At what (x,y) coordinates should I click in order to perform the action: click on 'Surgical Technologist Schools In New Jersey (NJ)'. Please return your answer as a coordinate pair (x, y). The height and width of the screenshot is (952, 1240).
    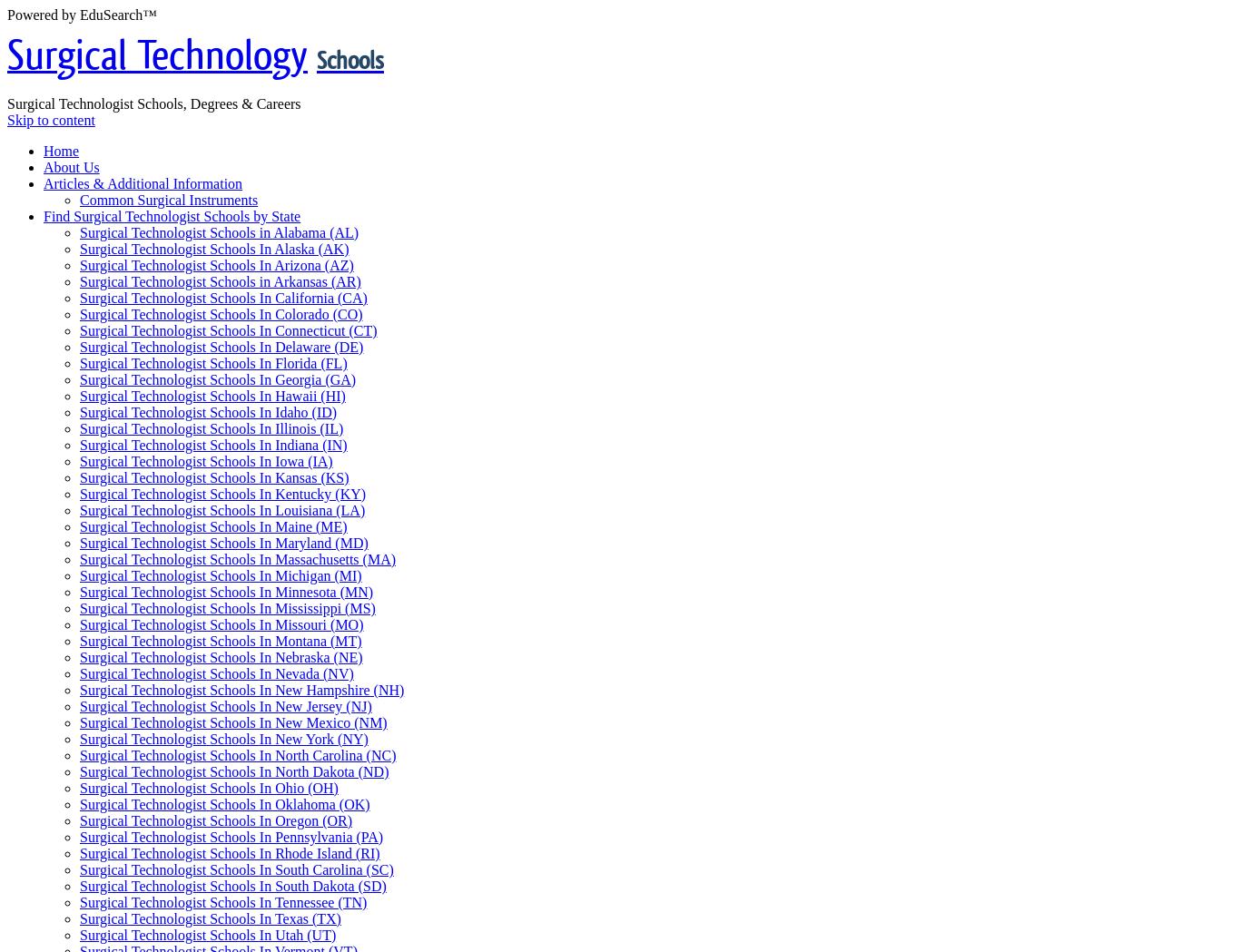
    Looking at the image, I should click on (79, 705).